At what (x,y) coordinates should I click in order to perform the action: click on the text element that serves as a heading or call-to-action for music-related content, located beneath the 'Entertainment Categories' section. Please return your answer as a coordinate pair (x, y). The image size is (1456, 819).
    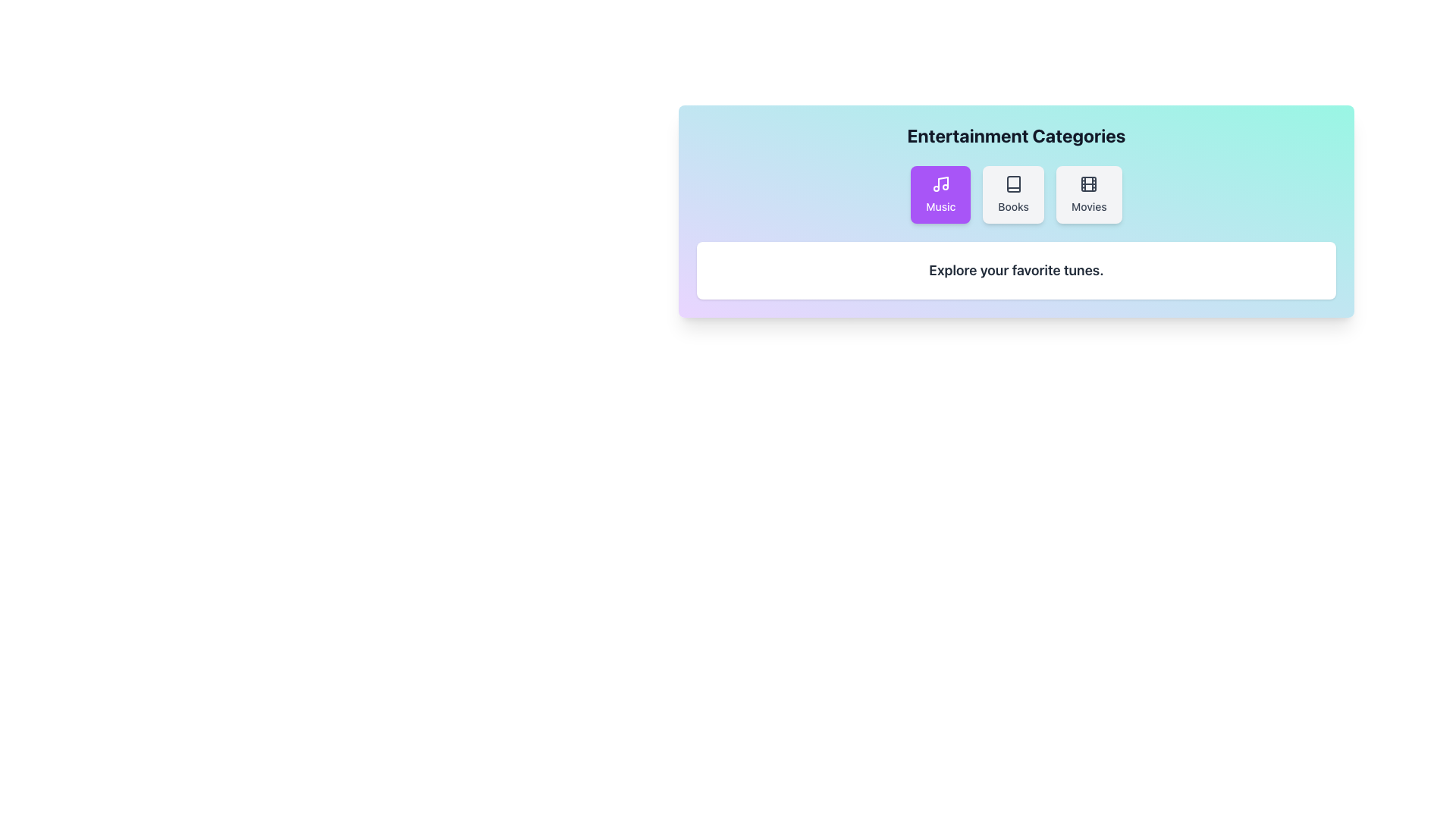
    Looking at the image, I should click on (1016, 270).